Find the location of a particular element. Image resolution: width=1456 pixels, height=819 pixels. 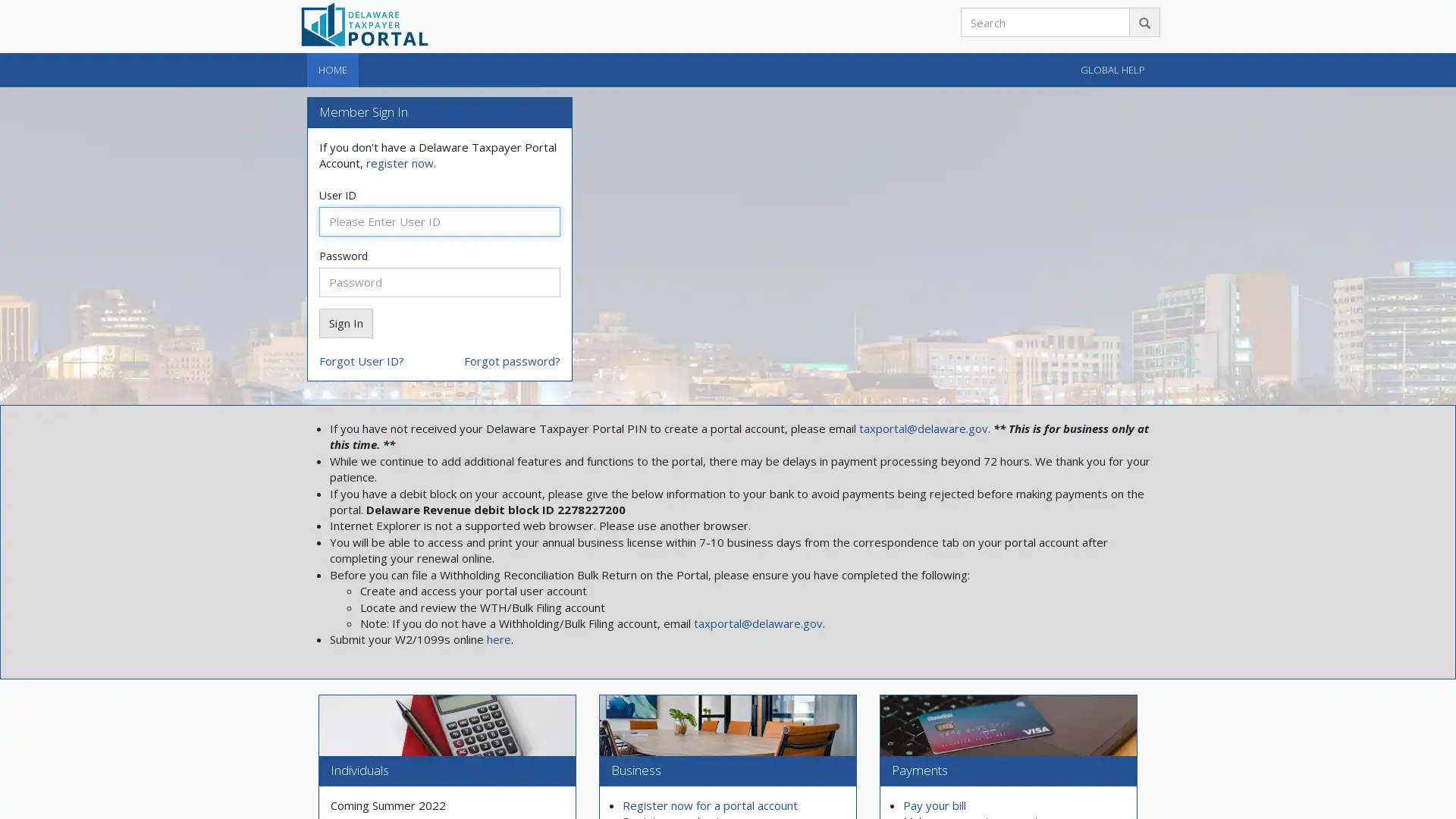

Sign In is located at coordinates (345, 322).